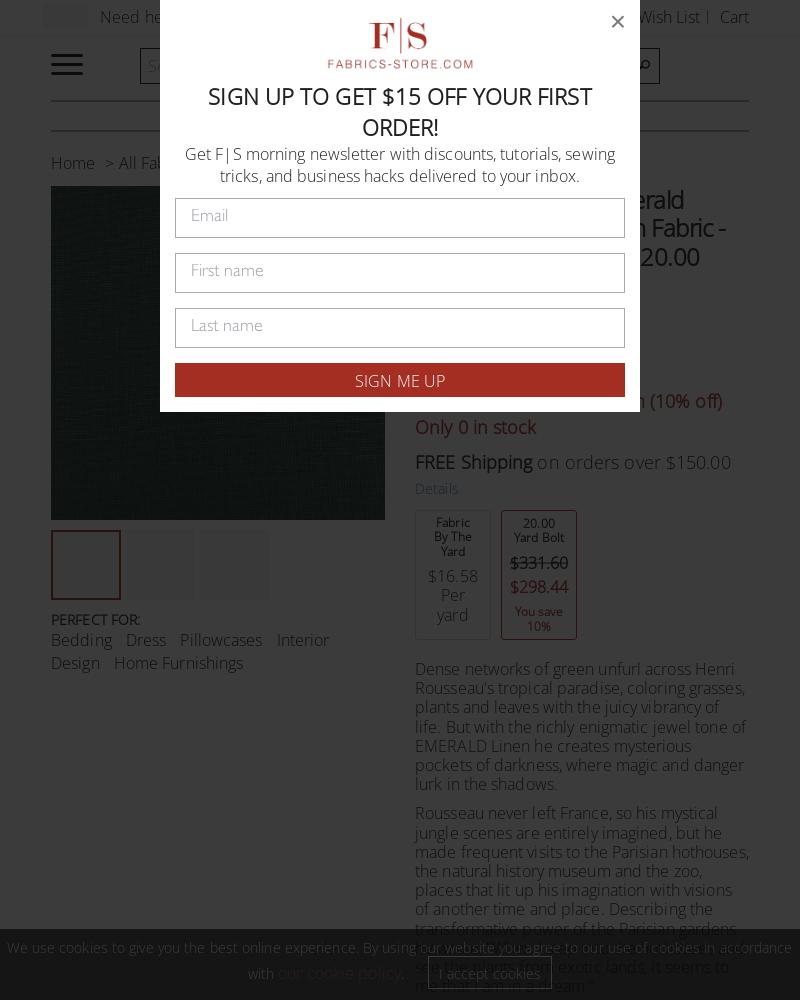  Describe the element at coordinates (95, 618) in the screenshot. I see `'PERFECT FOR:'` at that location.